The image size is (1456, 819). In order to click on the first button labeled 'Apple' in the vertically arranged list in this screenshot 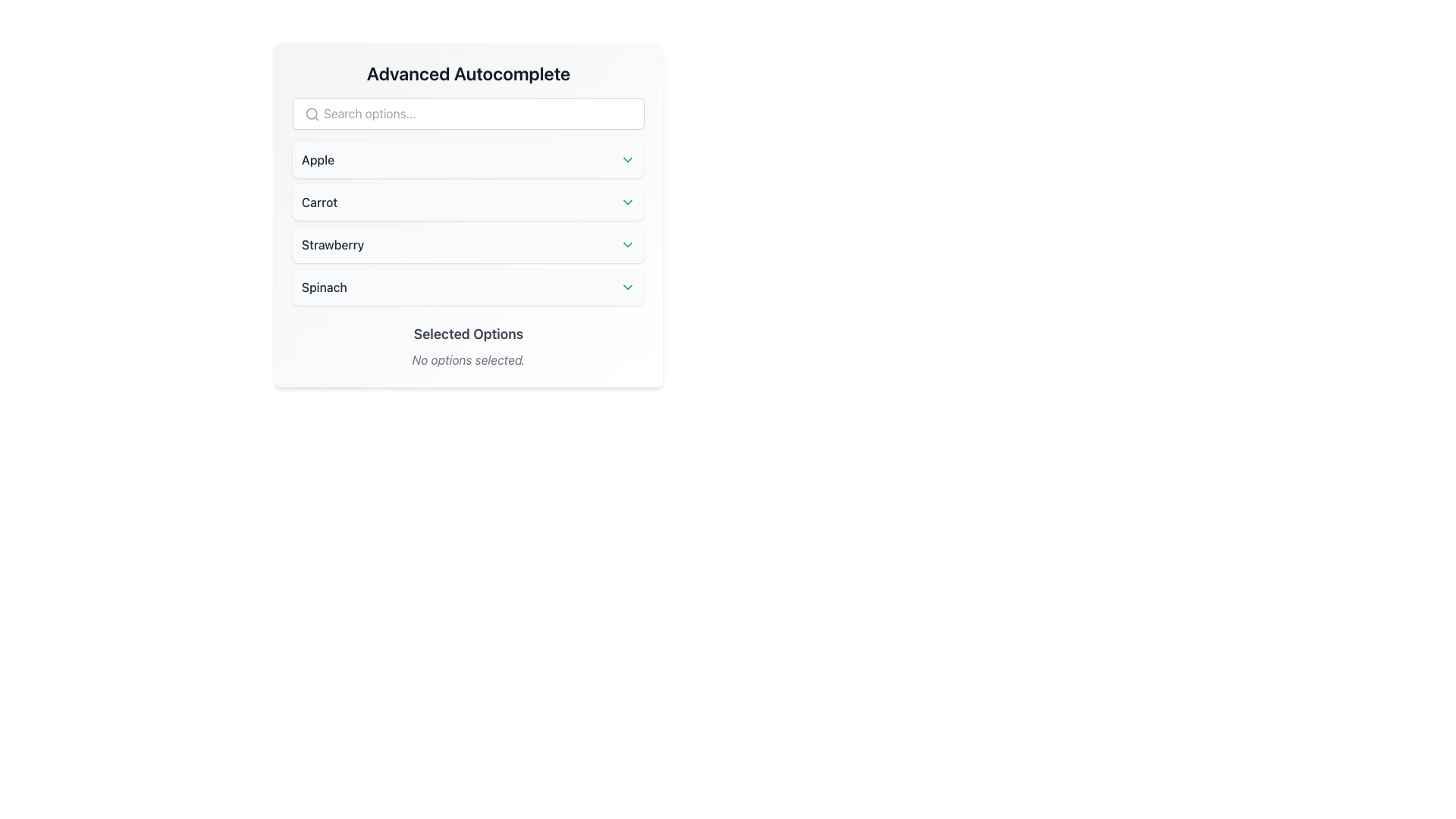, I will do `click(468, 160)`.